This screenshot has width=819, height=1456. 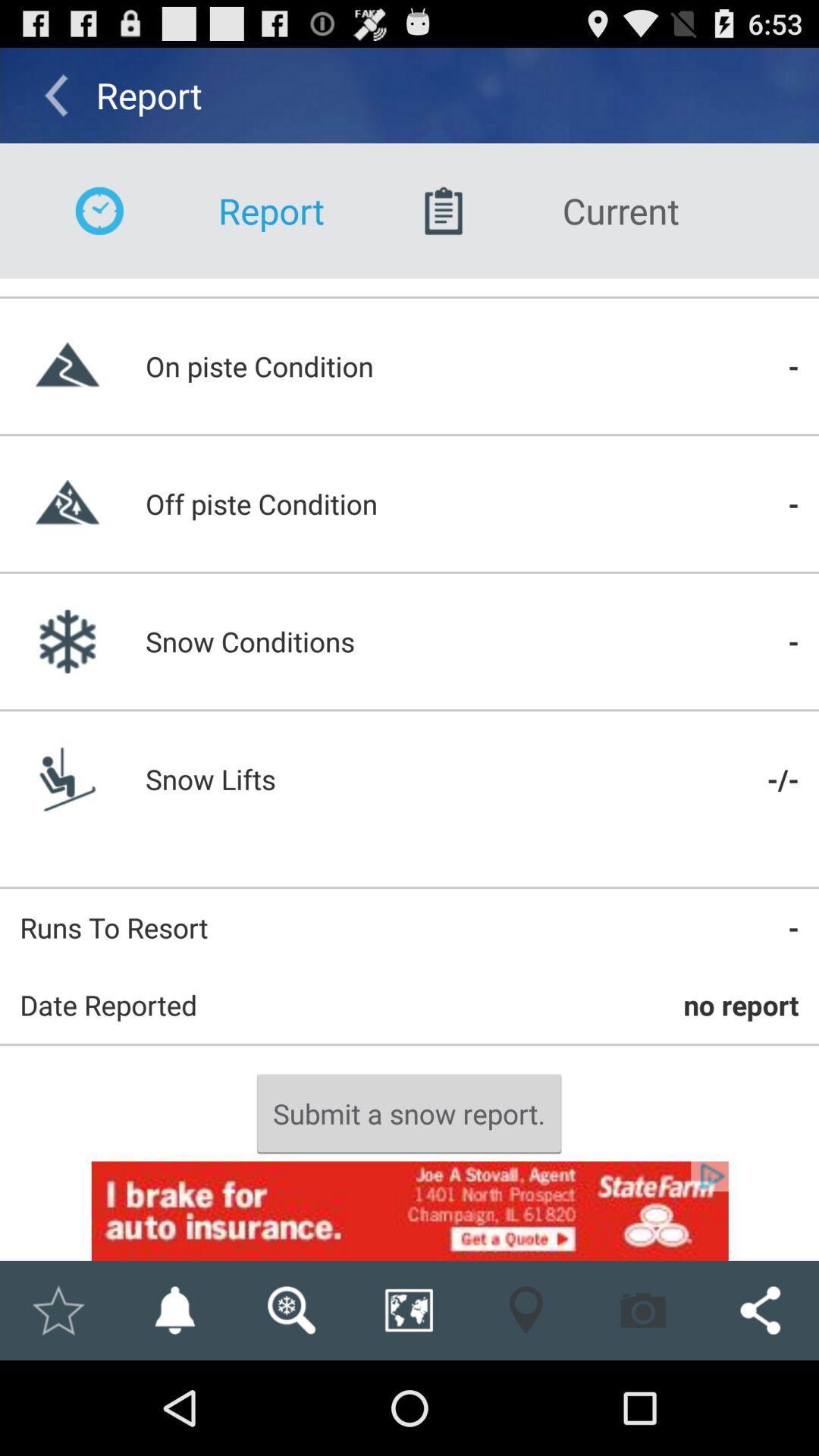 I want to click on camera mode, so click(x=643, y=1310).